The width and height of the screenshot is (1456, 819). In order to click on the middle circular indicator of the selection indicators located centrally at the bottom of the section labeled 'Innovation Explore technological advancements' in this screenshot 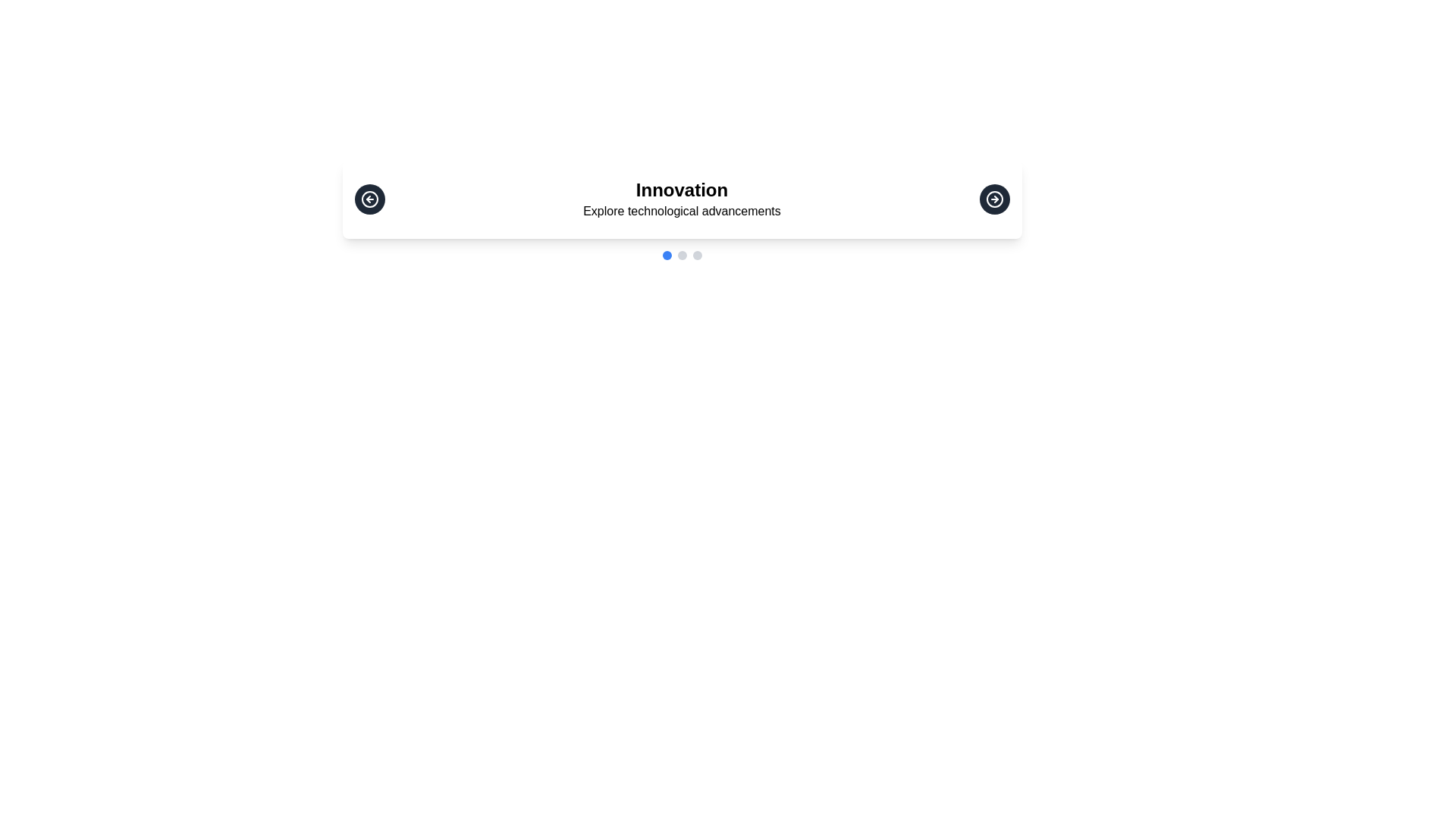, I will do `click(681, 254)`.